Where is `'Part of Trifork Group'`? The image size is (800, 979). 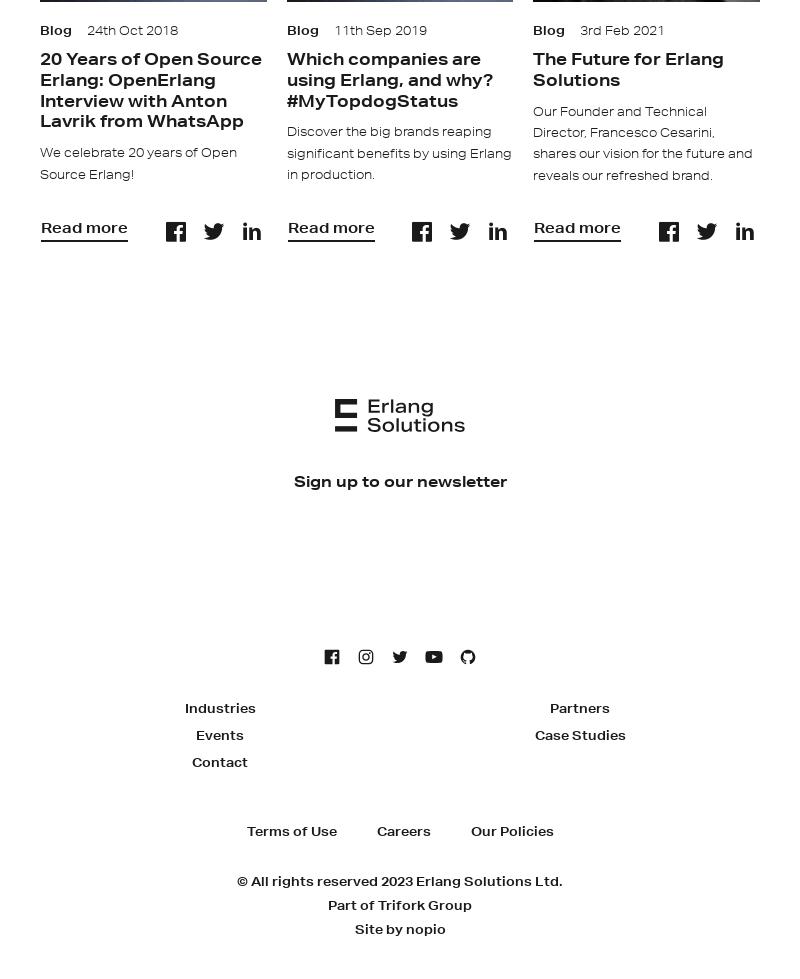 'Part of Trifork Group' is located at coordinates (400, 903).